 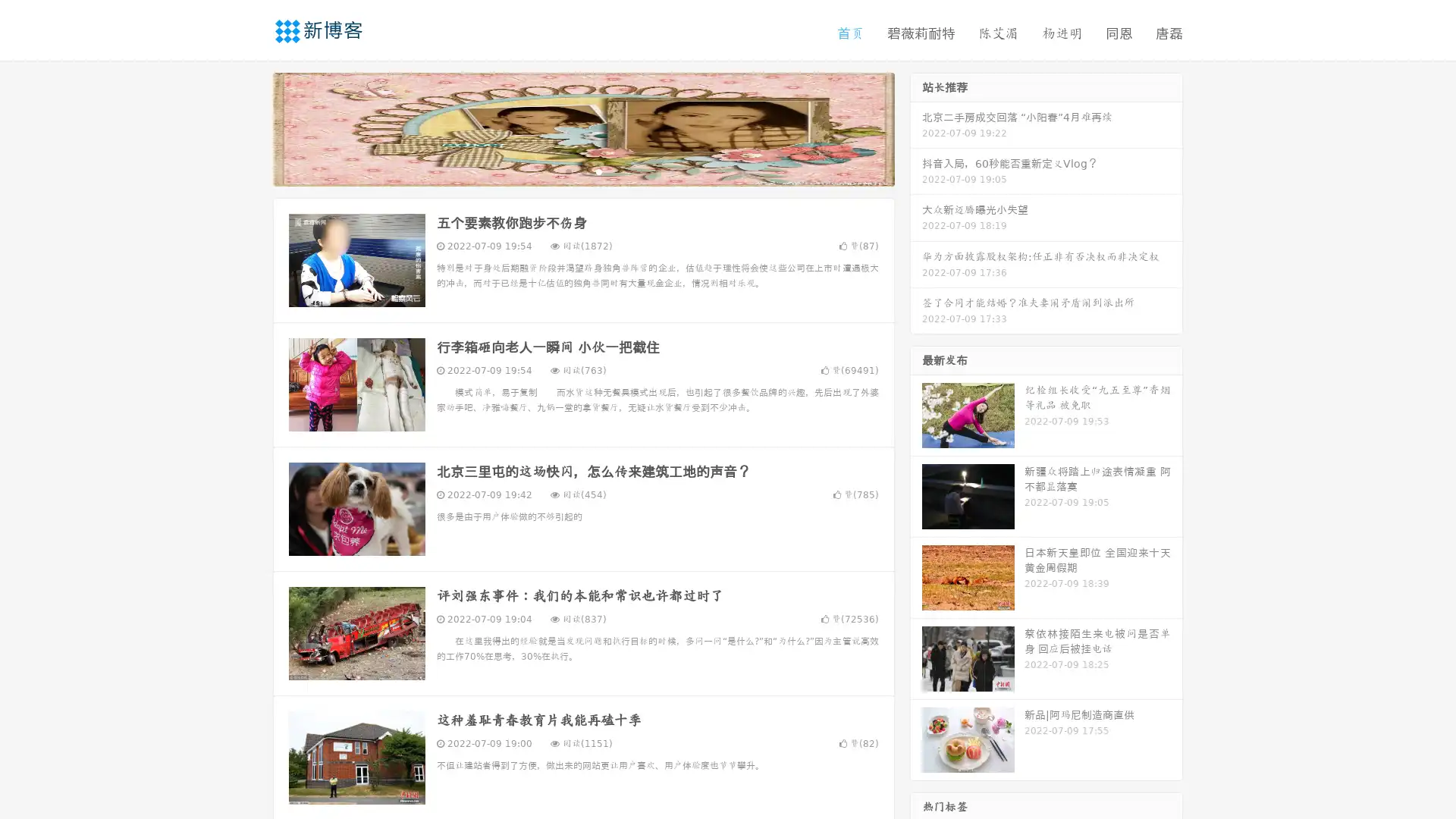 I want to click on Go to slide 3, so click(x=598, y=171).